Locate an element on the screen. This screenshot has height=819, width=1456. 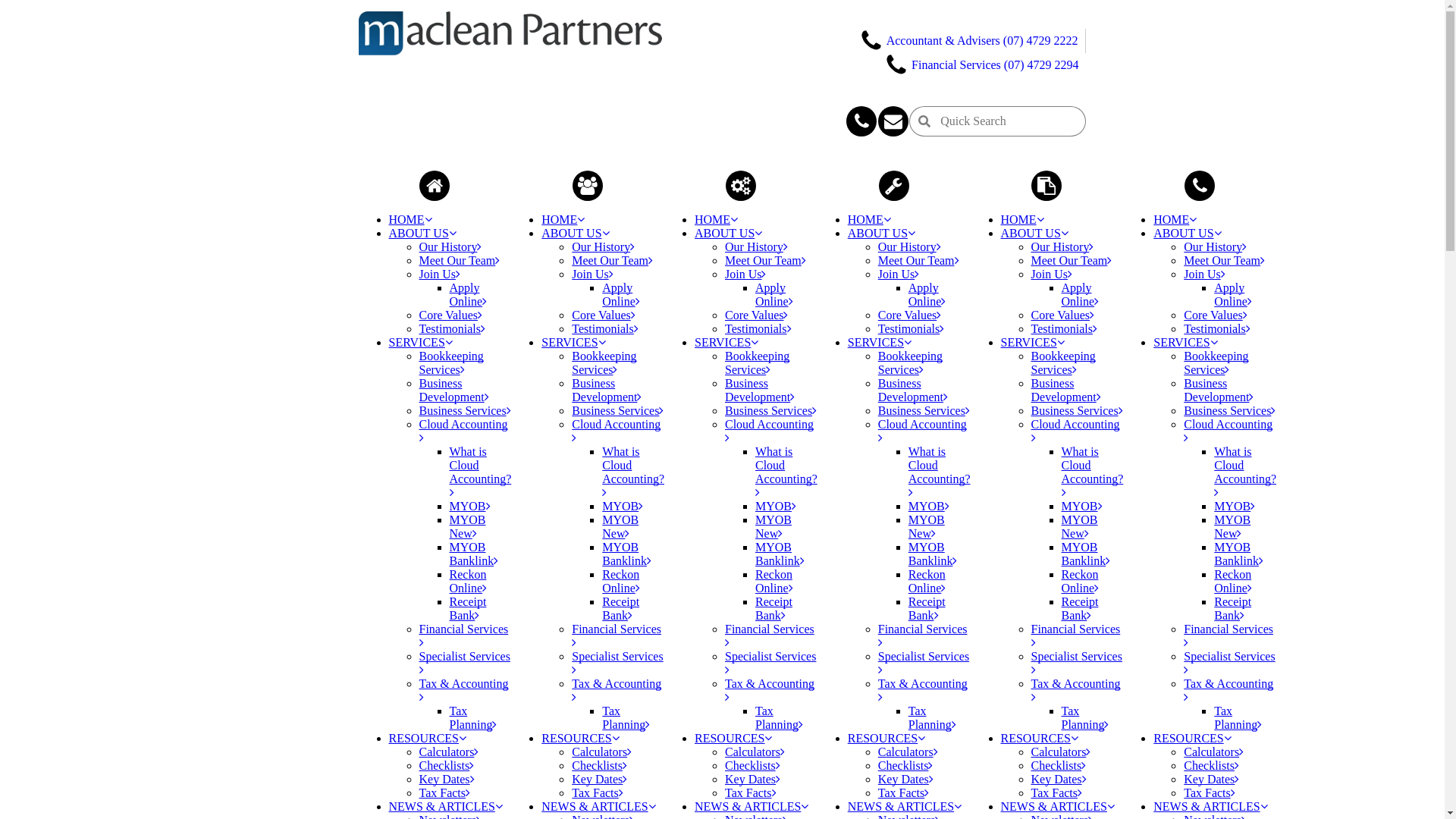
'Business Services' is located at coordinates (923, 410).